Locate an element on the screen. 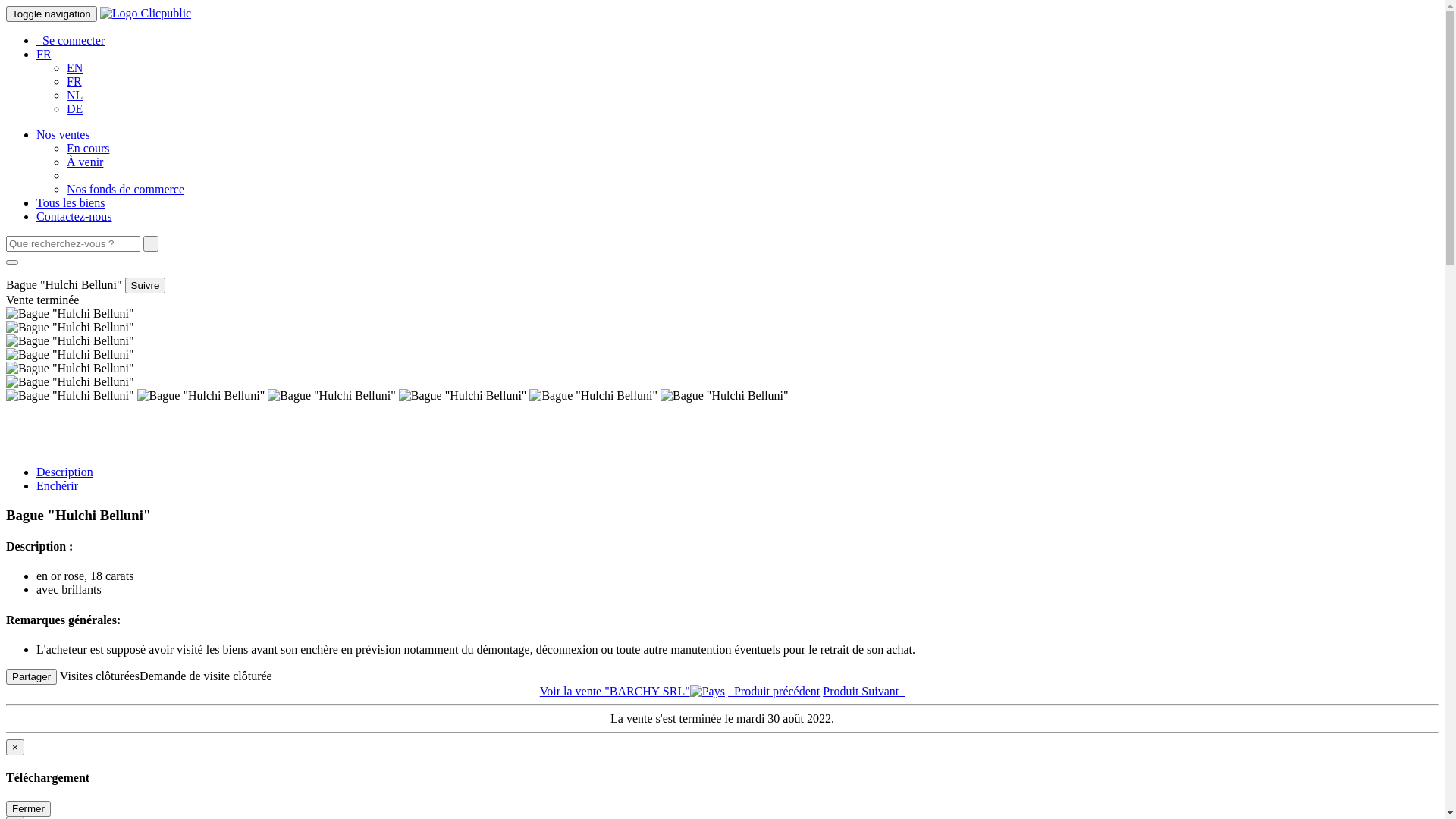 This screenshot has height=819, width=1456. 'Nos ventes' is located at coordinates (36, 133).